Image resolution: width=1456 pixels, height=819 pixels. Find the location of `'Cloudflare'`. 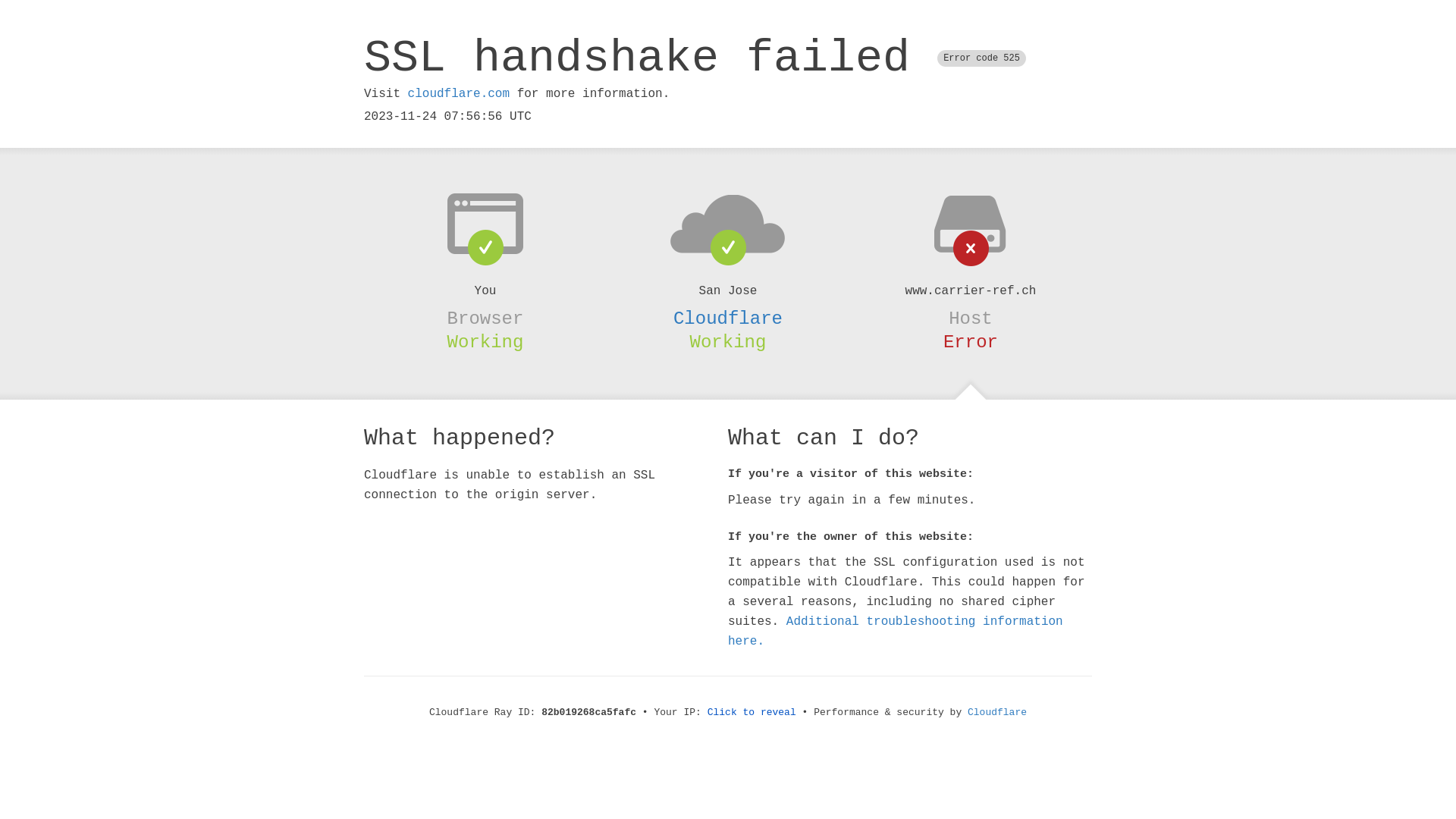

'Cloudflare' is located at coordinates (728, 318).